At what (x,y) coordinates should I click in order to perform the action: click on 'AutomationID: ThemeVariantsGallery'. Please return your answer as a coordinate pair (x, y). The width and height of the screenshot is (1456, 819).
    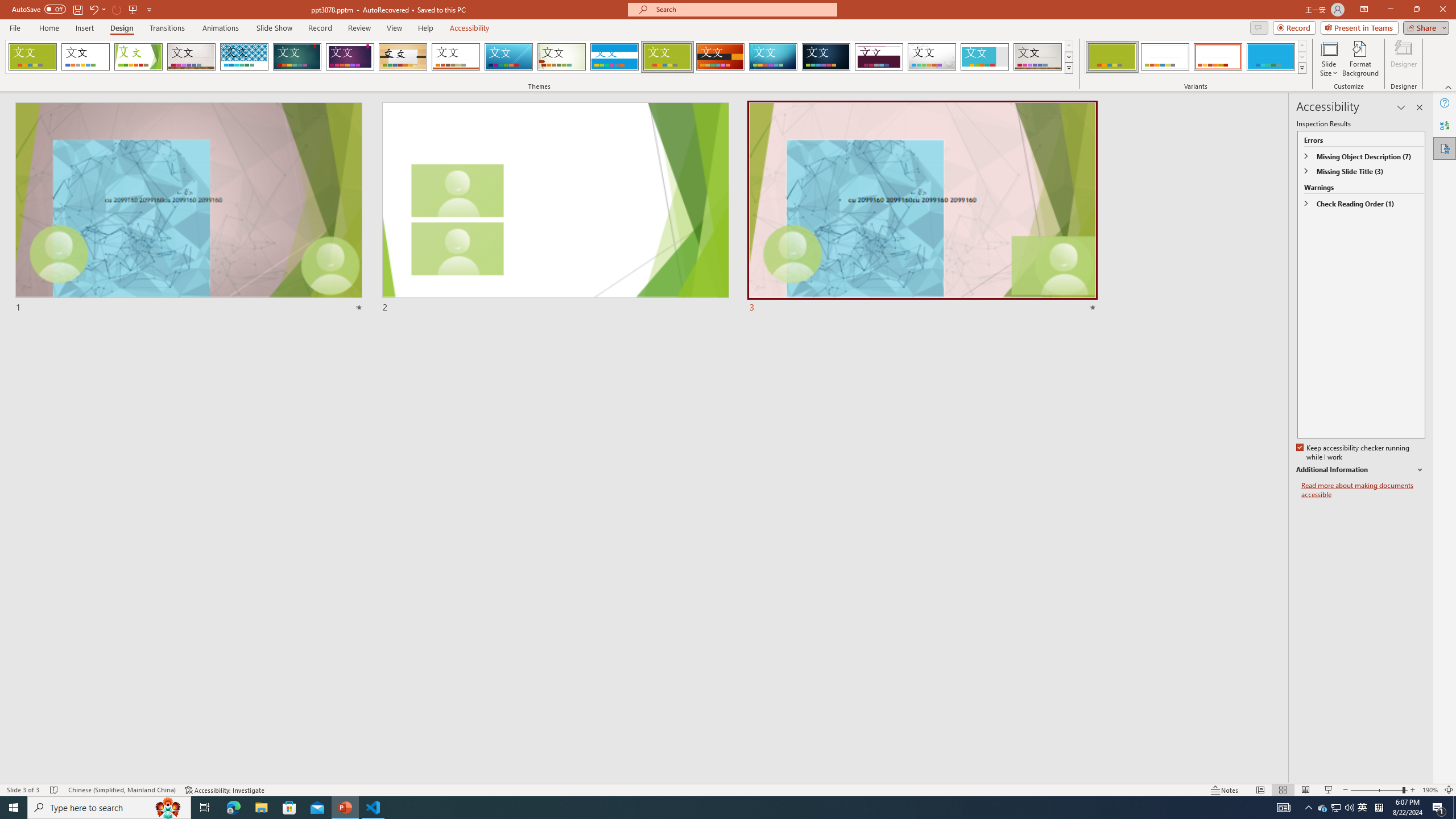
    Looking at the image, I should click on (1196, 56).